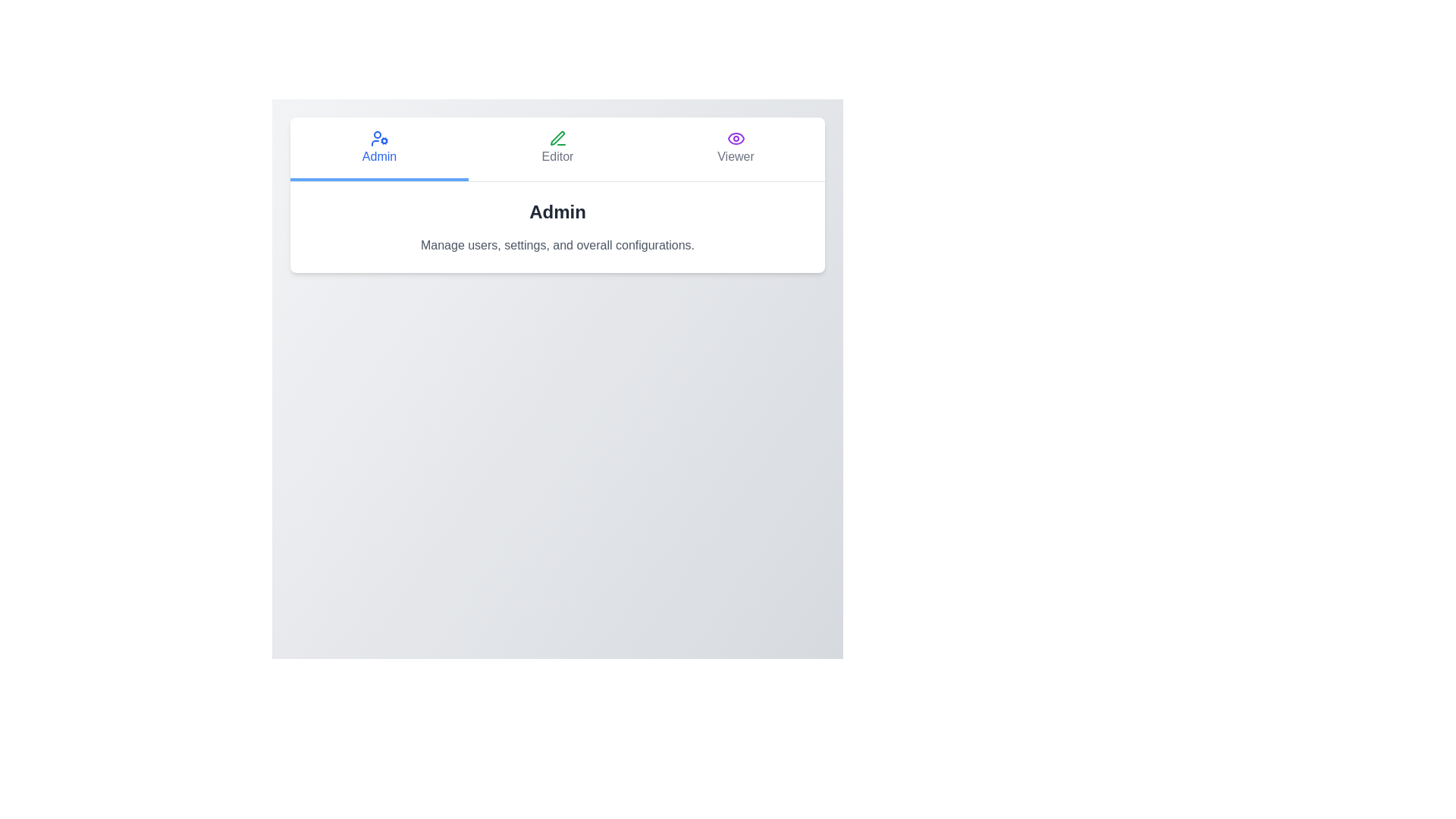  What do you see at coordinates (557, 149) in the screenshot?
I see `the role Editor by clicking its corresponding button` at bounding box center [557, 149].